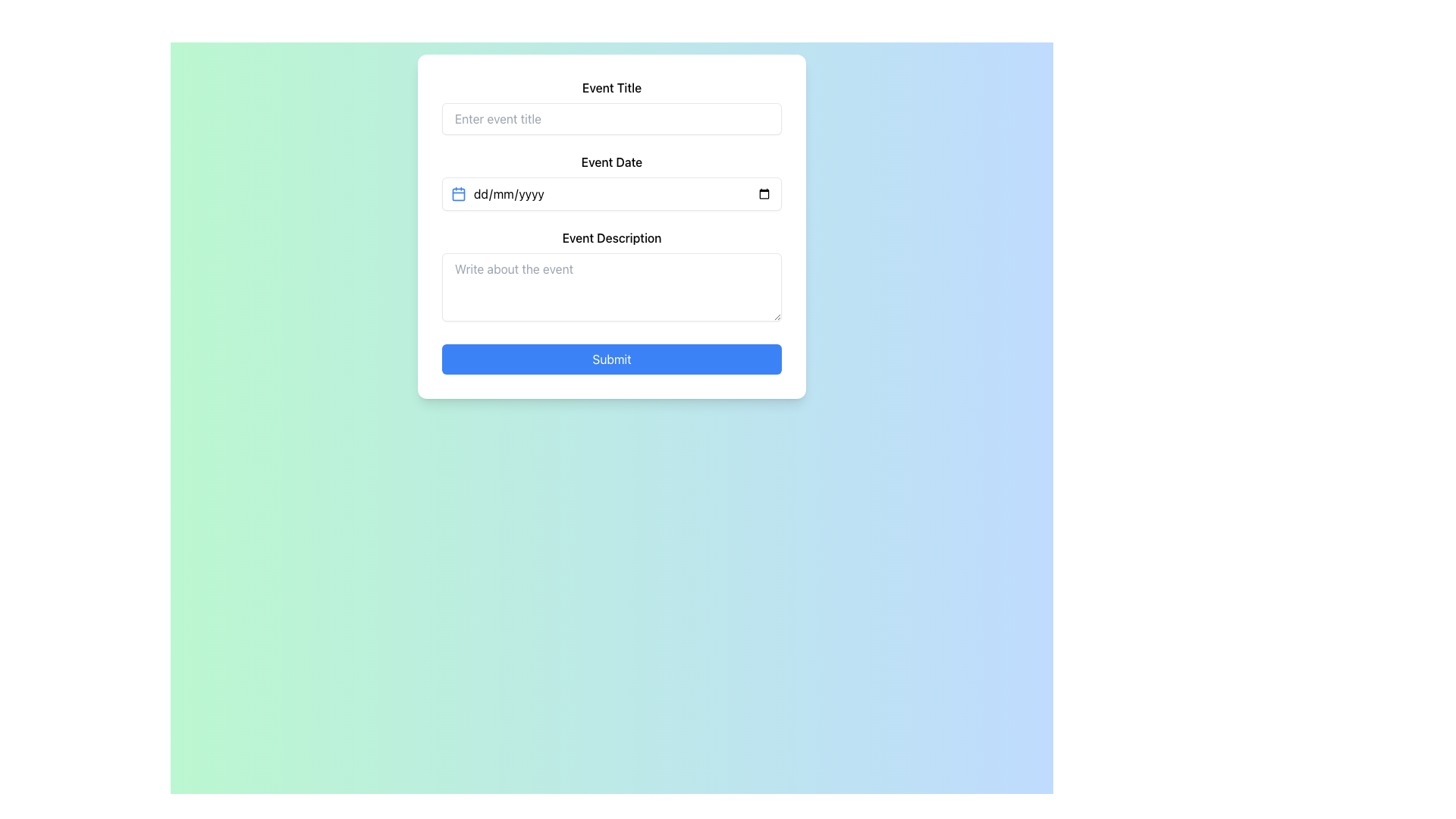  What do you see at coordinates (457, 193) in the screenshot?
I see `the visual calendar icon located to the left of the 'Event Date' input field, indicating that the adjacent field is for date input` at bounding box center [457, 193].